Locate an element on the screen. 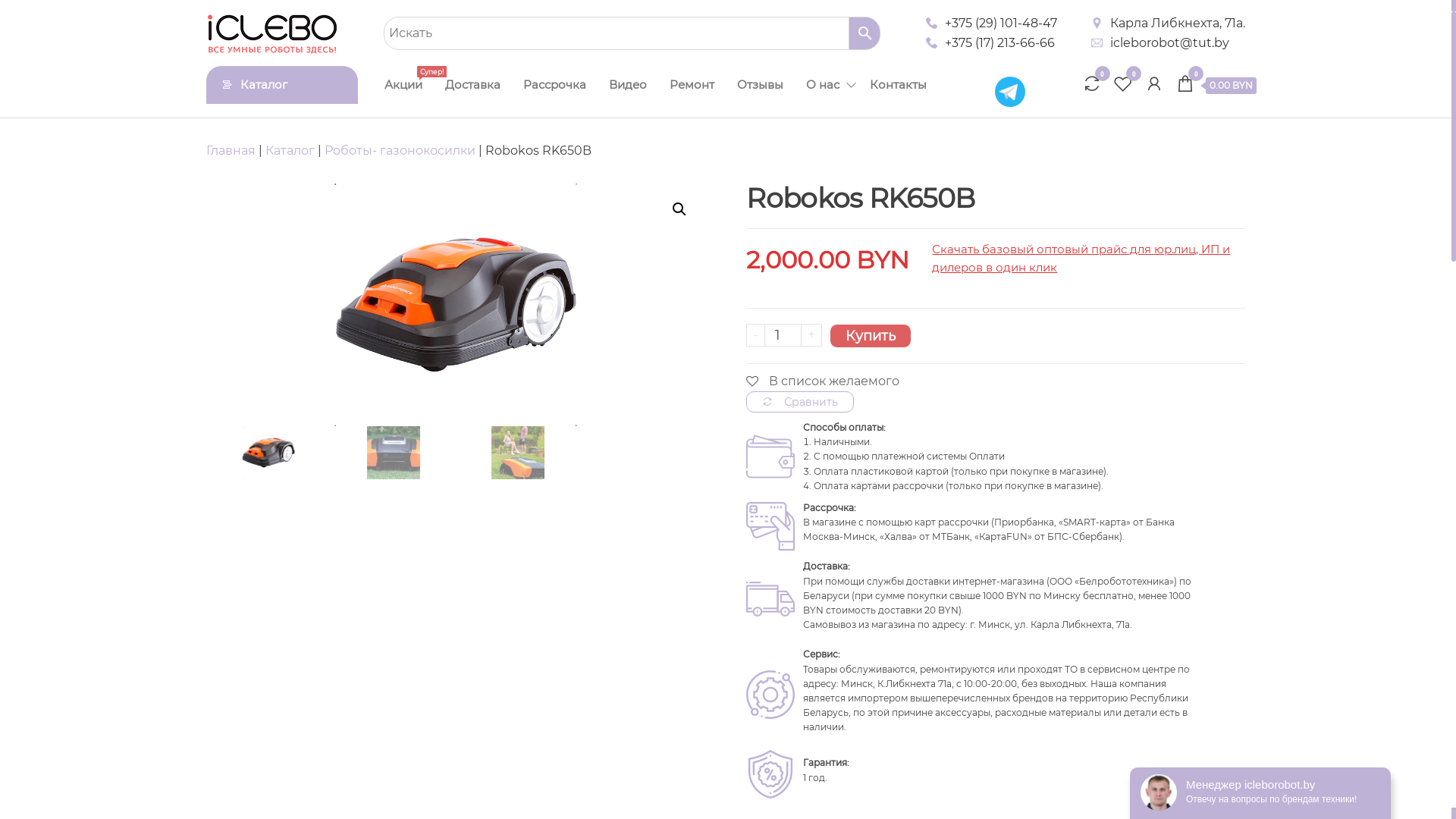  '-' is located at coordinates (755, 334).